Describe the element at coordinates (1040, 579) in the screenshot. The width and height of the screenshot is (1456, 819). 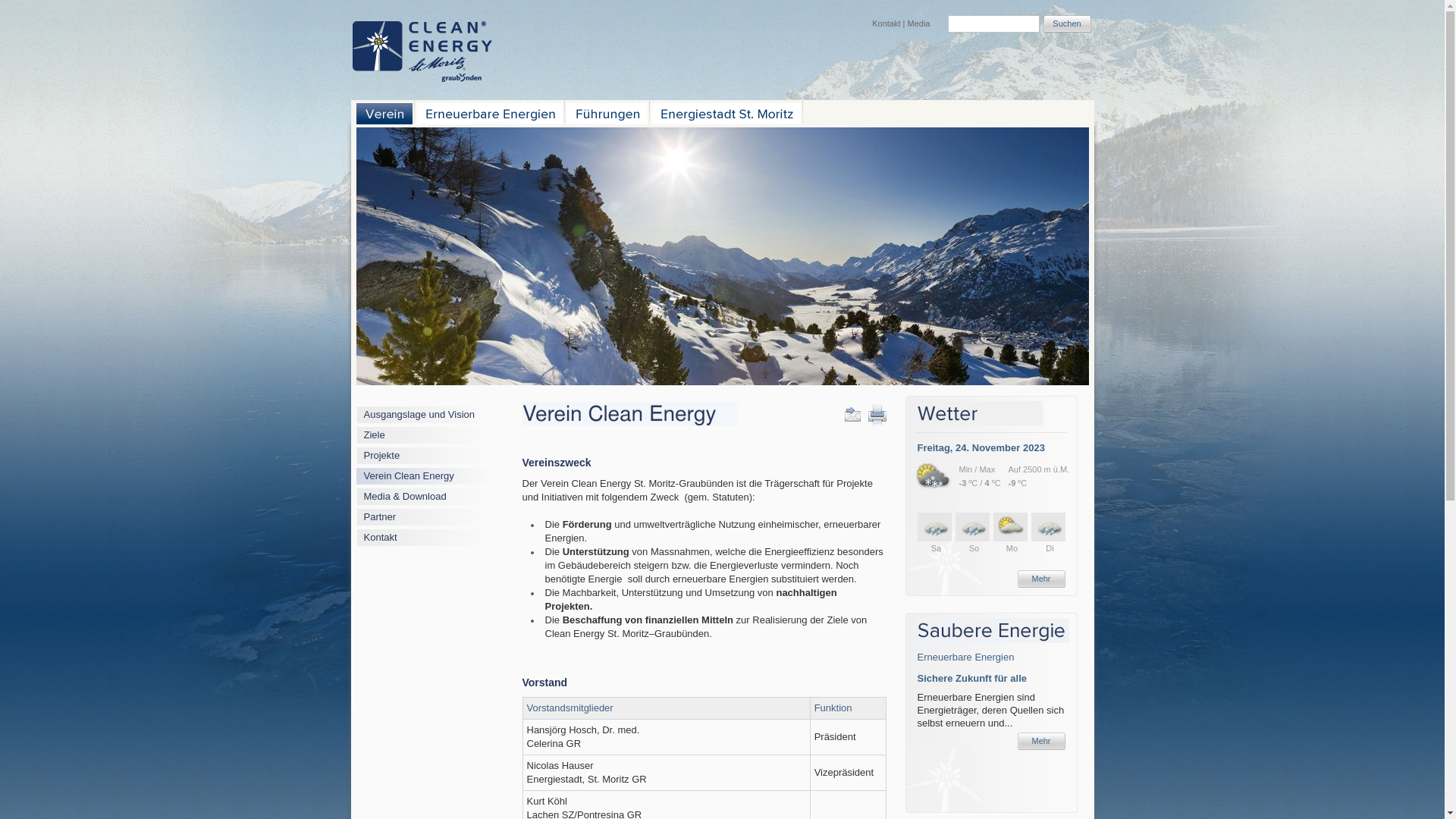
I see `'Mehr'` at that location.